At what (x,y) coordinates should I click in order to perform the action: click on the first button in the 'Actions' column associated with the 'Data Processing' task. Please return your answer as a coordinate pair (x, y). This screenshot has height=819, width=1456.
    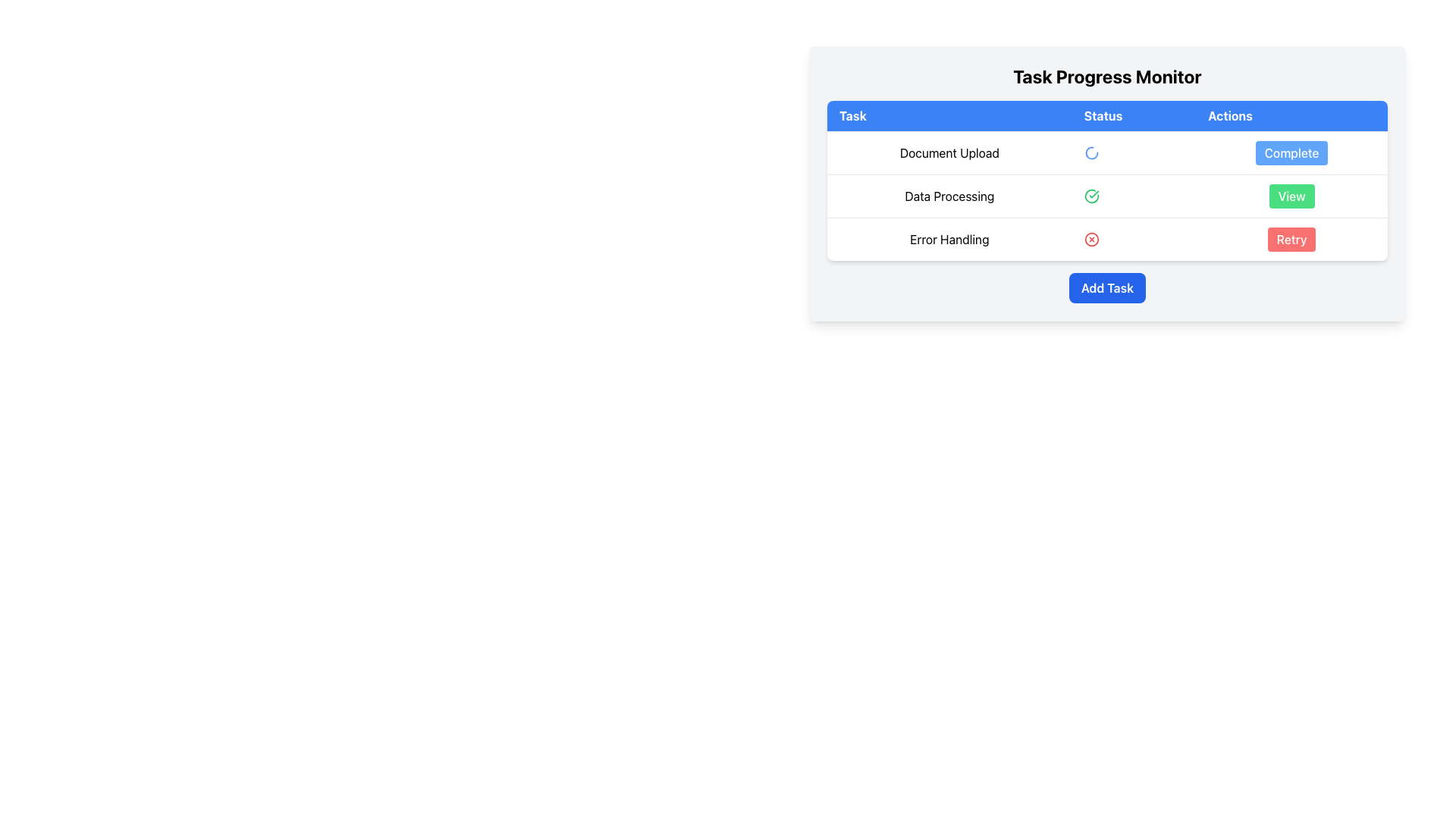
    Looking at the image, I should click on (1291, 195).